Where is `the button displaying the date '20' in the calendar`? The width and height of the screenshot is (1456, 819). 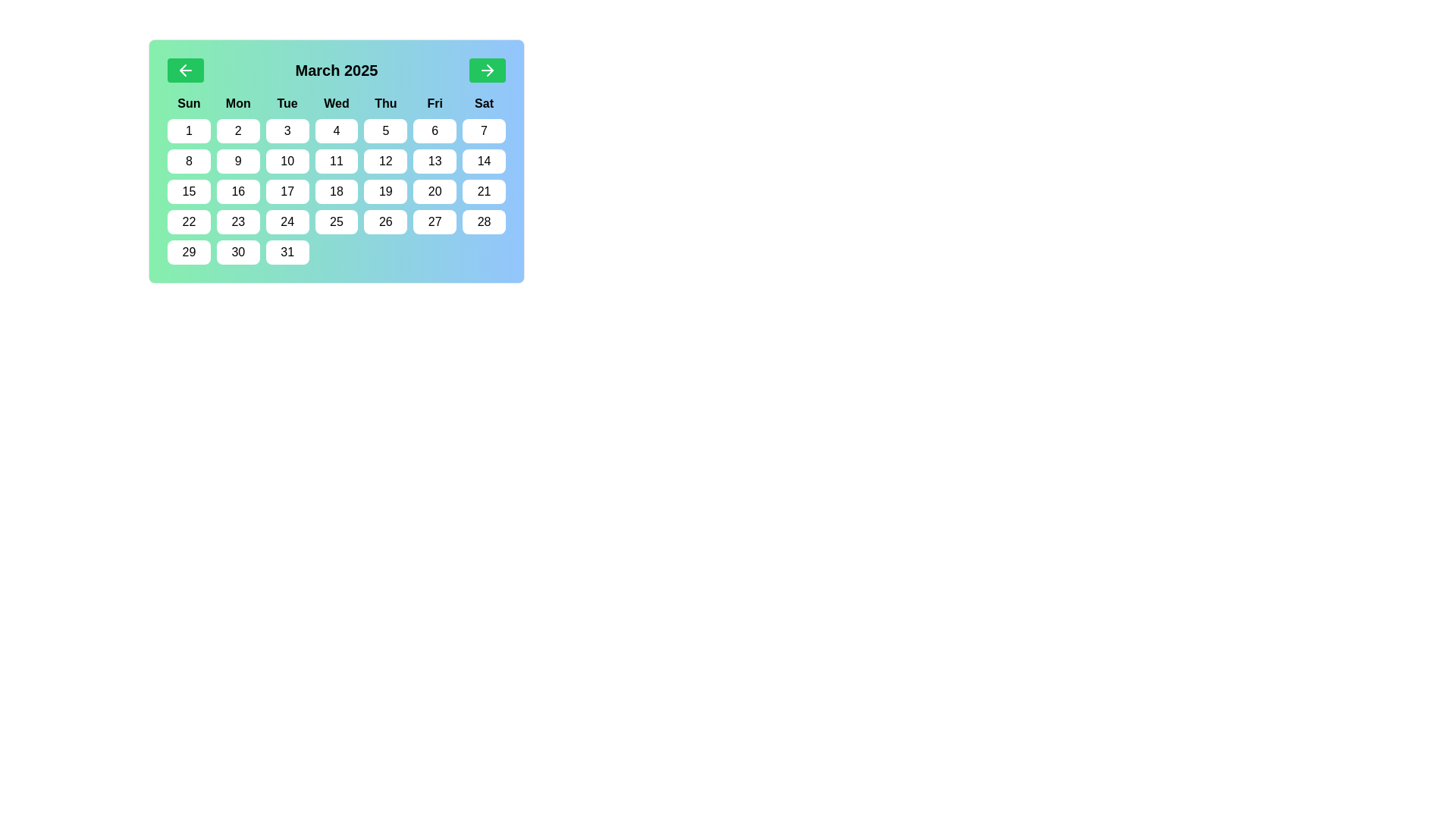
the button displaying the date '20' in the calendar is located at coordinates (434, 191).